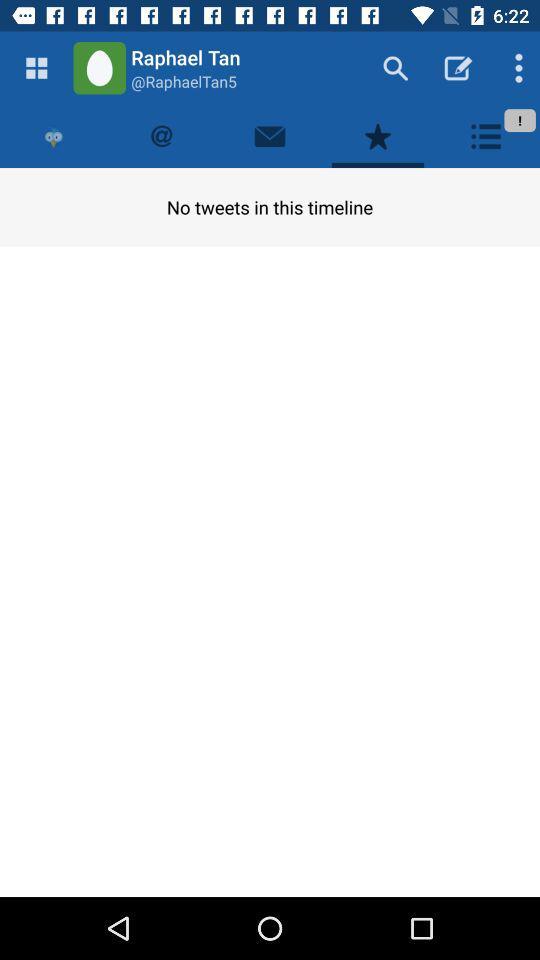 The image size is (540, 960). I want to click on replies, so click(161, 135).